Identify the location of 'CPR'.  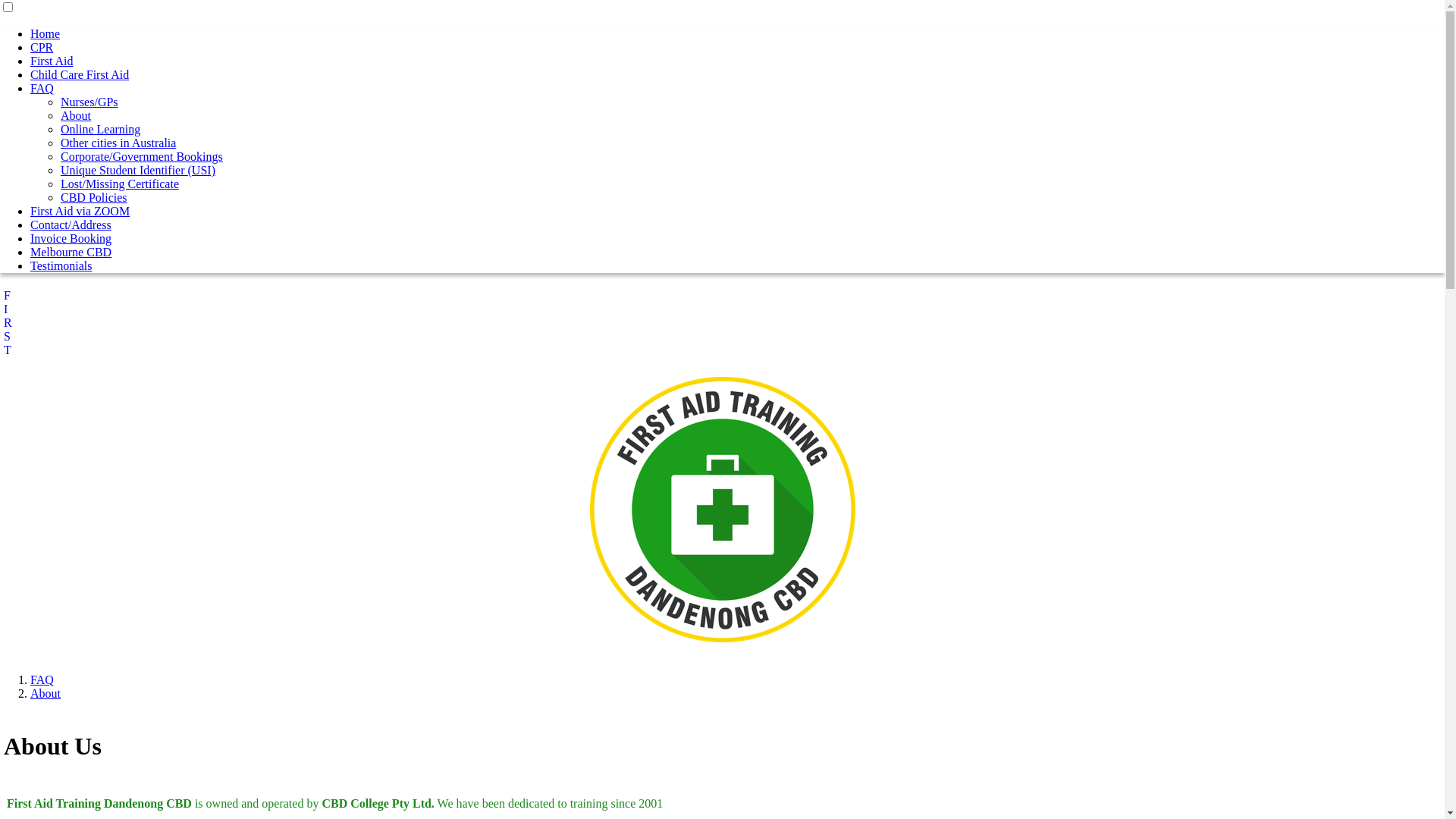
(30, 46).